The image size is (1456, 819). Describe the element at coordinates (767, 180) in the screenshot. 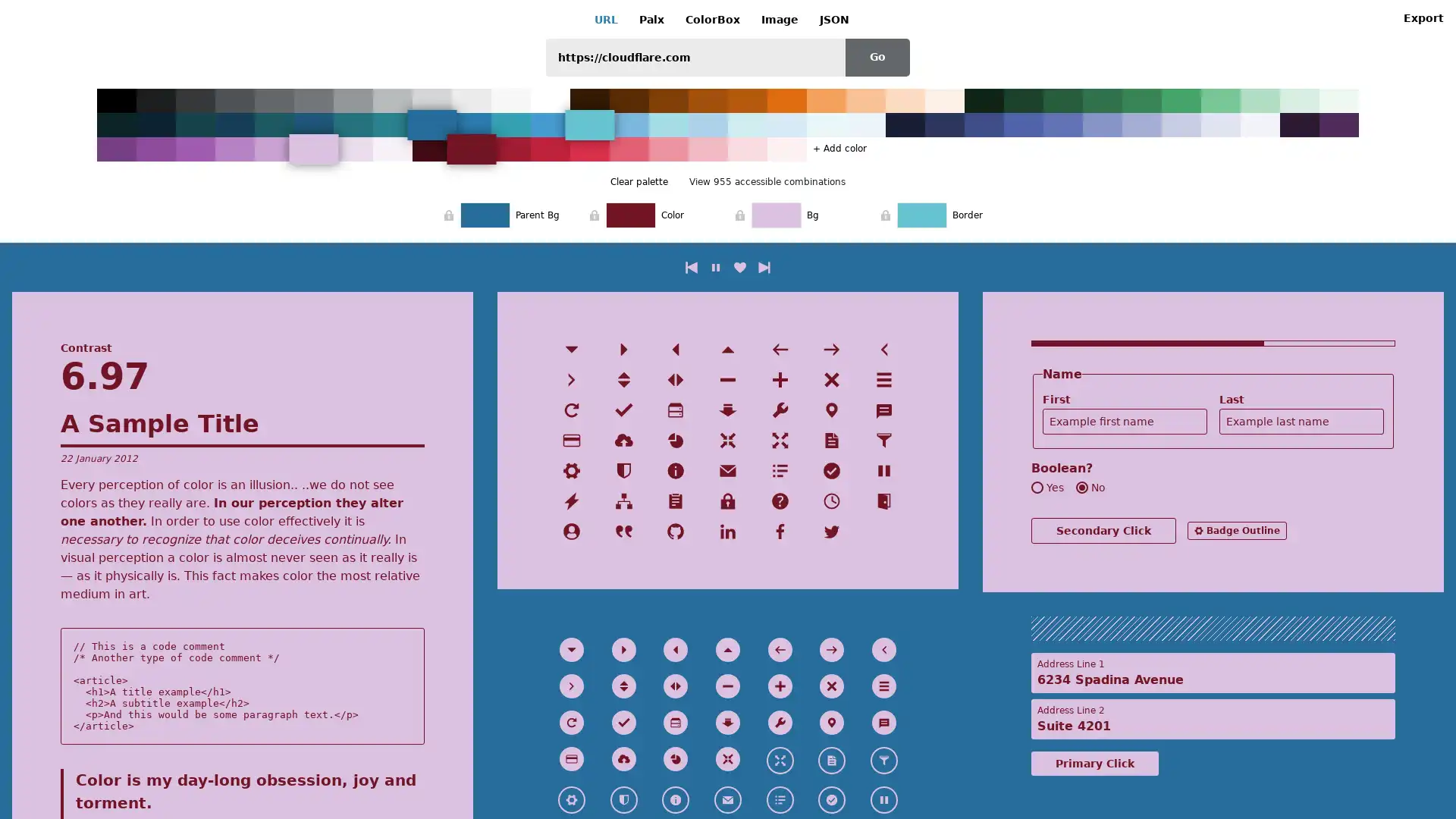

I see `View 955 accessible combinations` at that location.